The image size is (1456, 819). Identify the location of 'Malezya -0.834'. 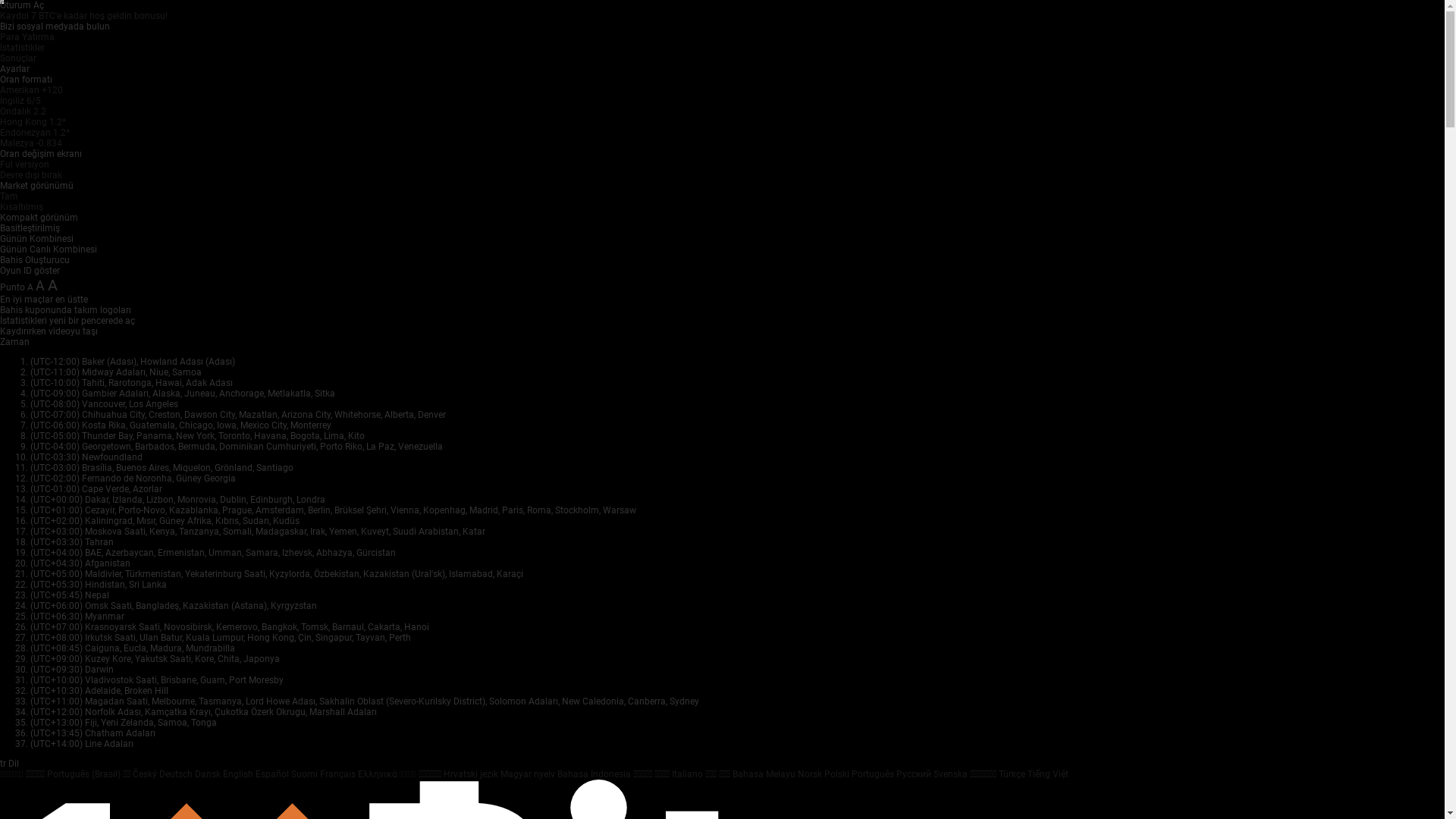
(31, 143).